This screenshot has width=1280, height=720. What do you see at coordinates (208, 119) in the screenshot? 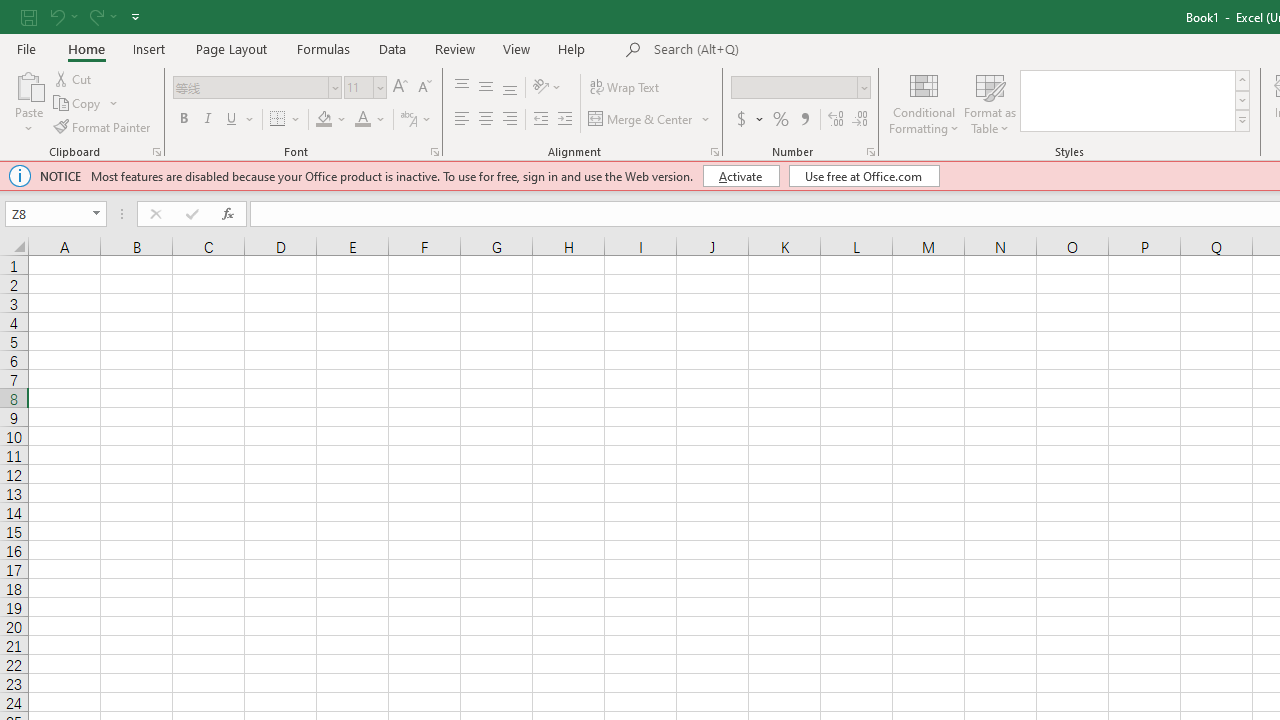
I see `'Italic'` at bounding box center [208, 119].